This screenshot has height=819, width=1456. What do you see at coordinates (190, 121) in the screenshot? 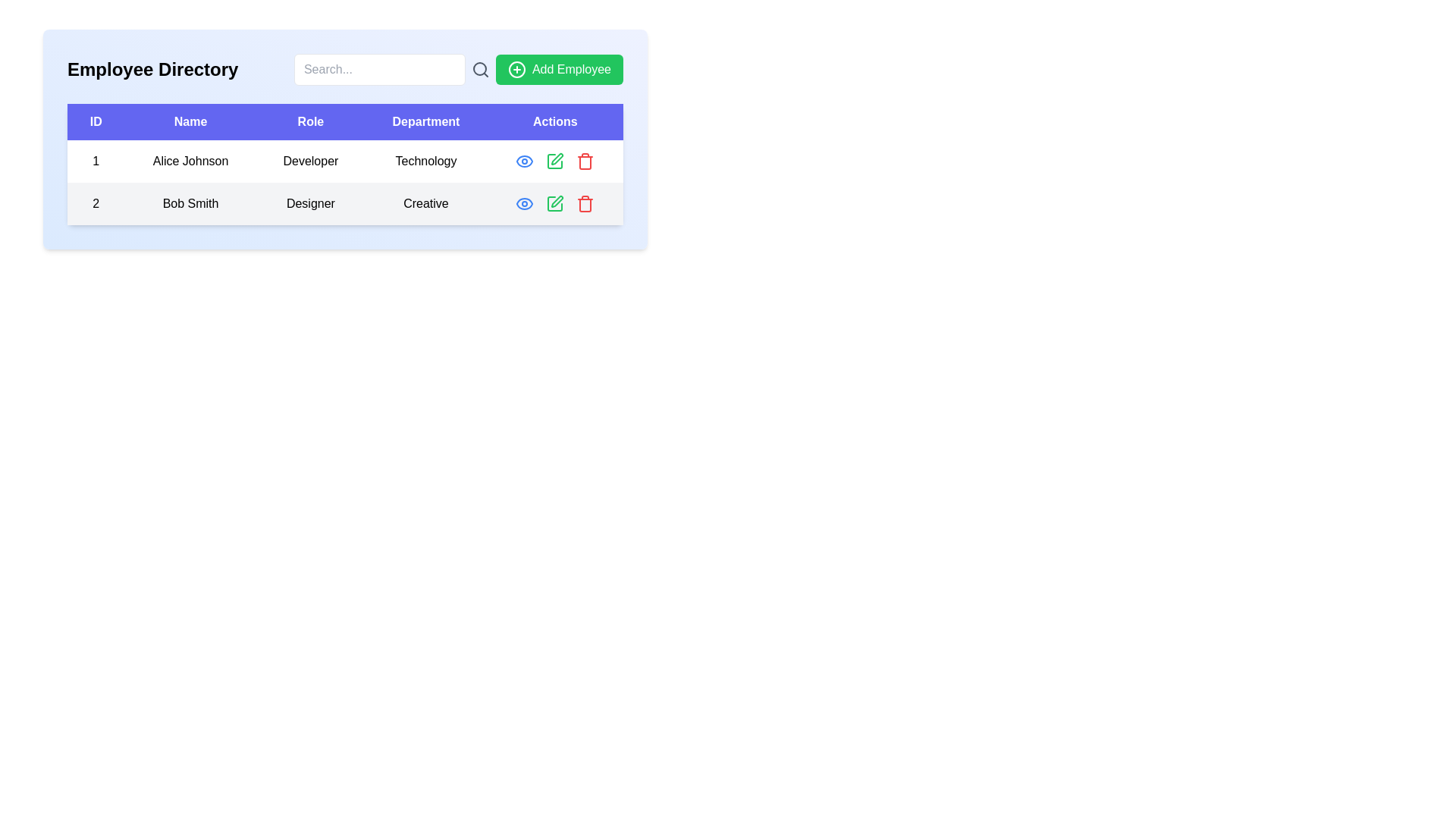
I see `text 'Name' from the second header cell of the table, which has a purple background and white centered text` at bounding box center [190, 121].